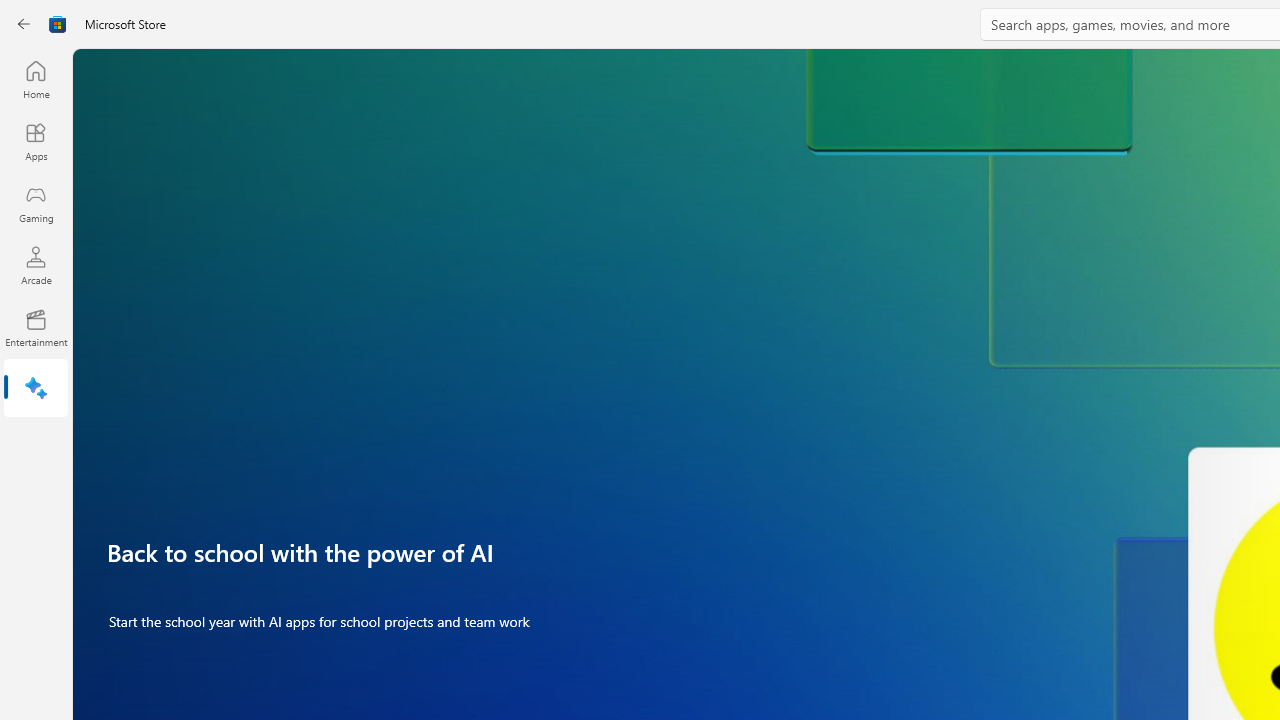  Describe the element at coordinates (24, 24) in the screenshot. I see `'Back'` at that location.